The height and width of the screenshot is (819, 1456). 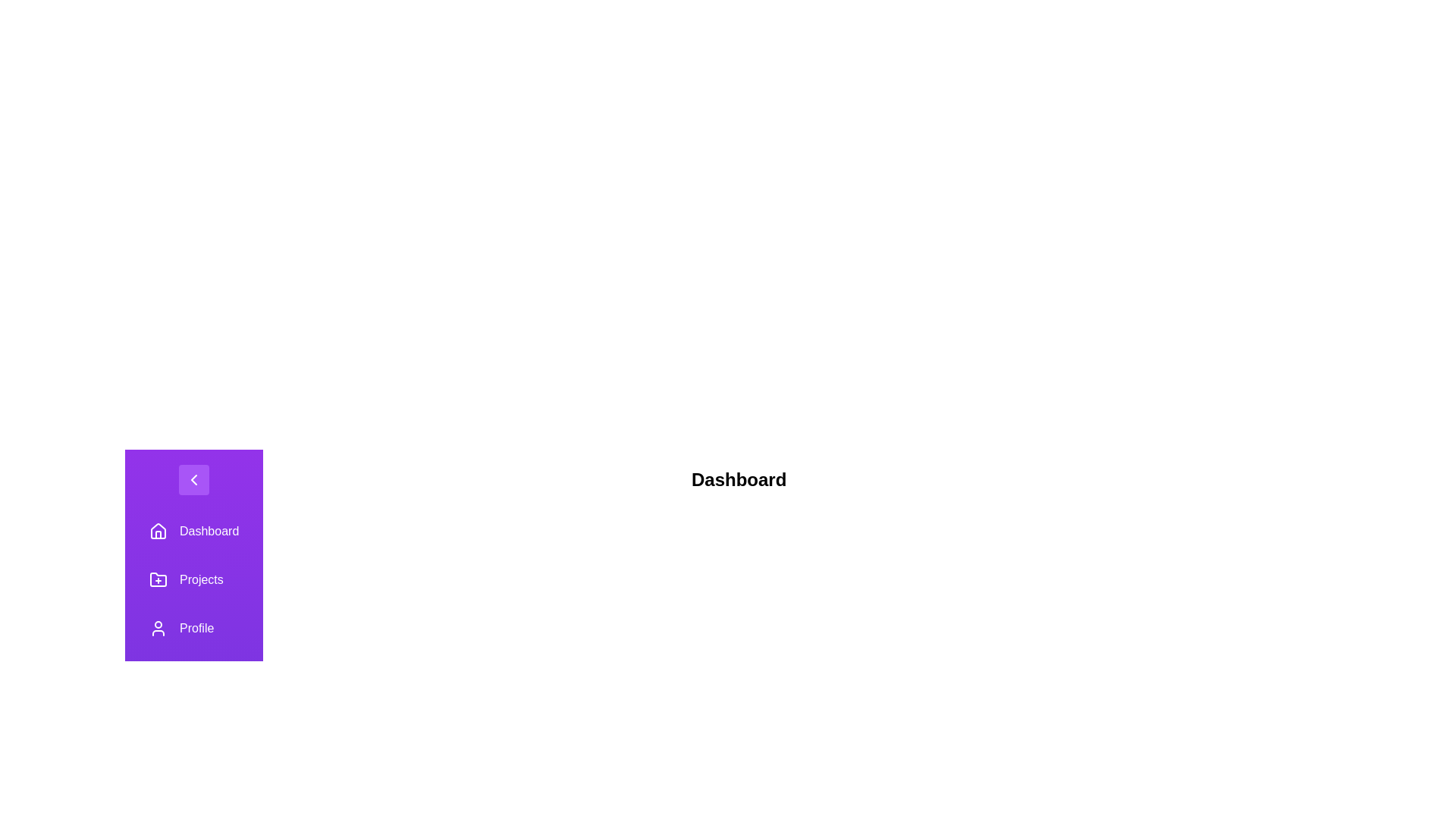 I want to click on the back navigation icon located in the vertical menu on the left side of the interface, so click(x=193, y=479).